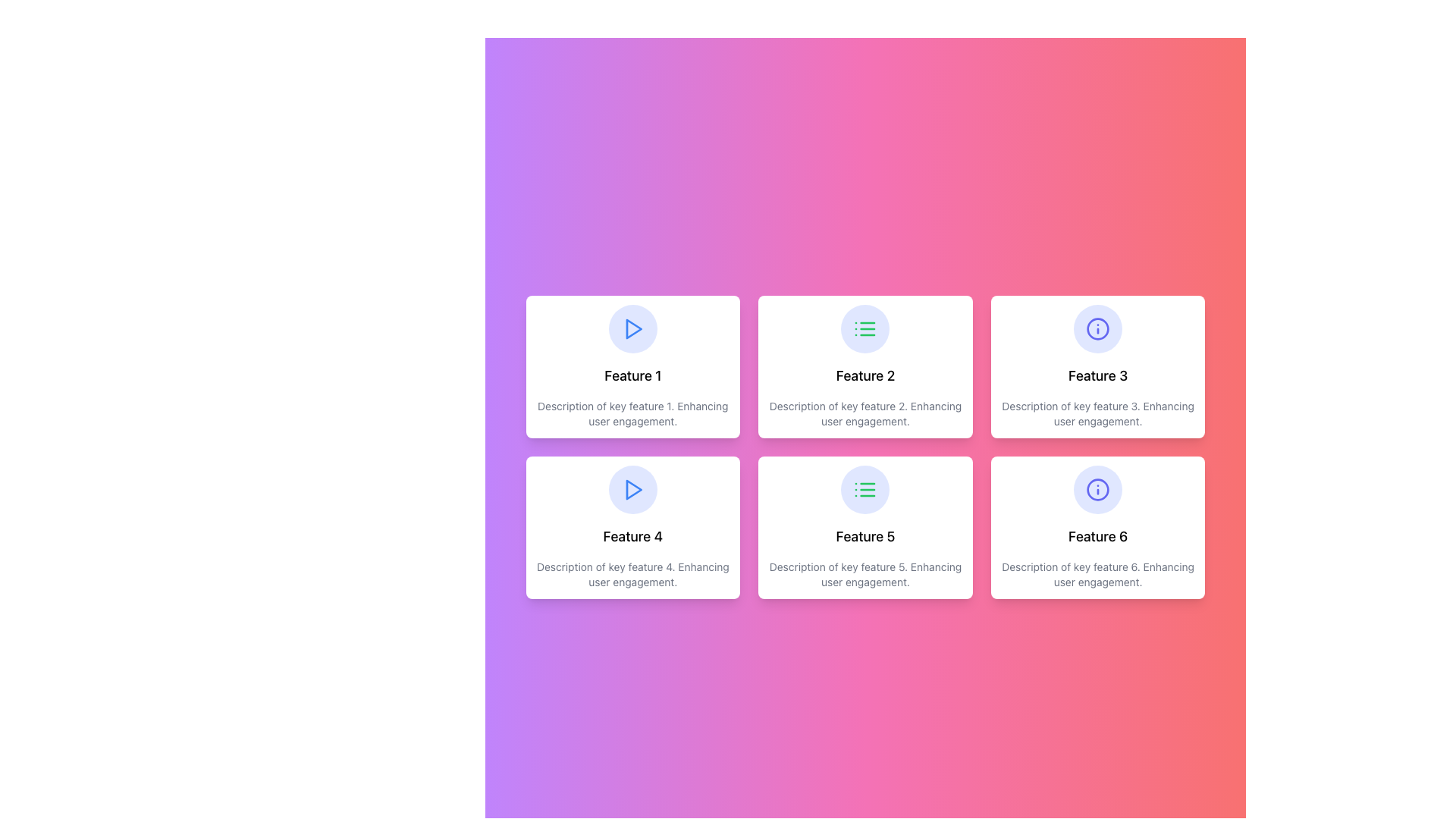 The height and width of the screenshot is (819, 1456). I want to click on the 'Feature 5' text element, so click(865, 536).